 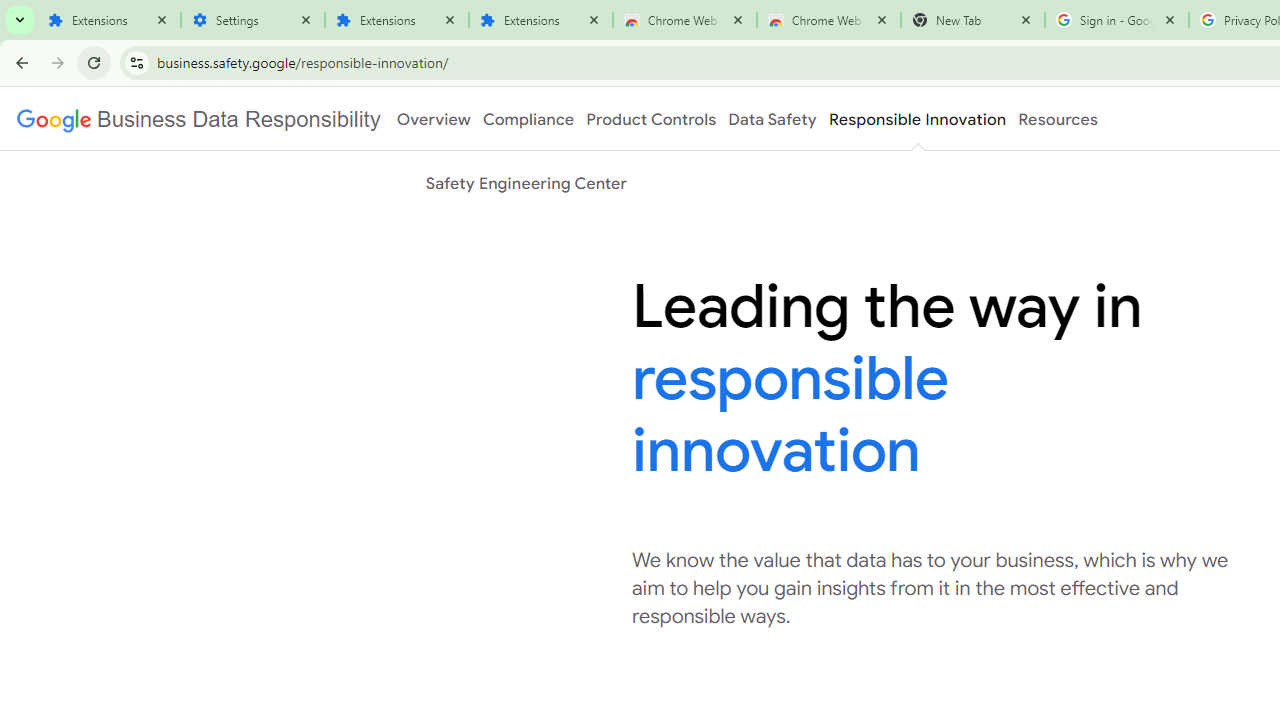 I want to click on 'Close', so click(x=1169, y=19).